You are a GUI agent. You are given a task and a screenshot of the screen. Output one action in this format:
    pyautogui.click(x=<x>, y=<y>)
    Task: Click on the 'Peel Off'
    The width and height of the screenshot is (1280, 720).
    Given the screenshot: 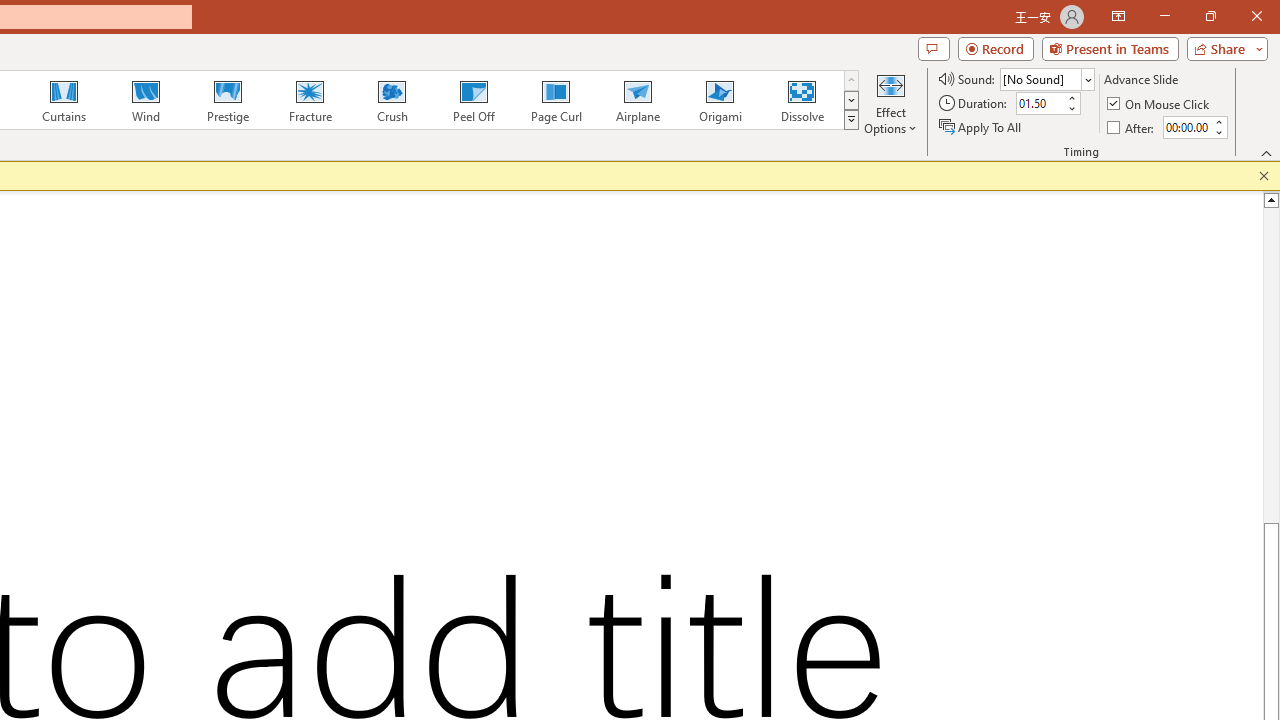 What is the action you would take?
    pyautogui.click(x=472, y=100)
    